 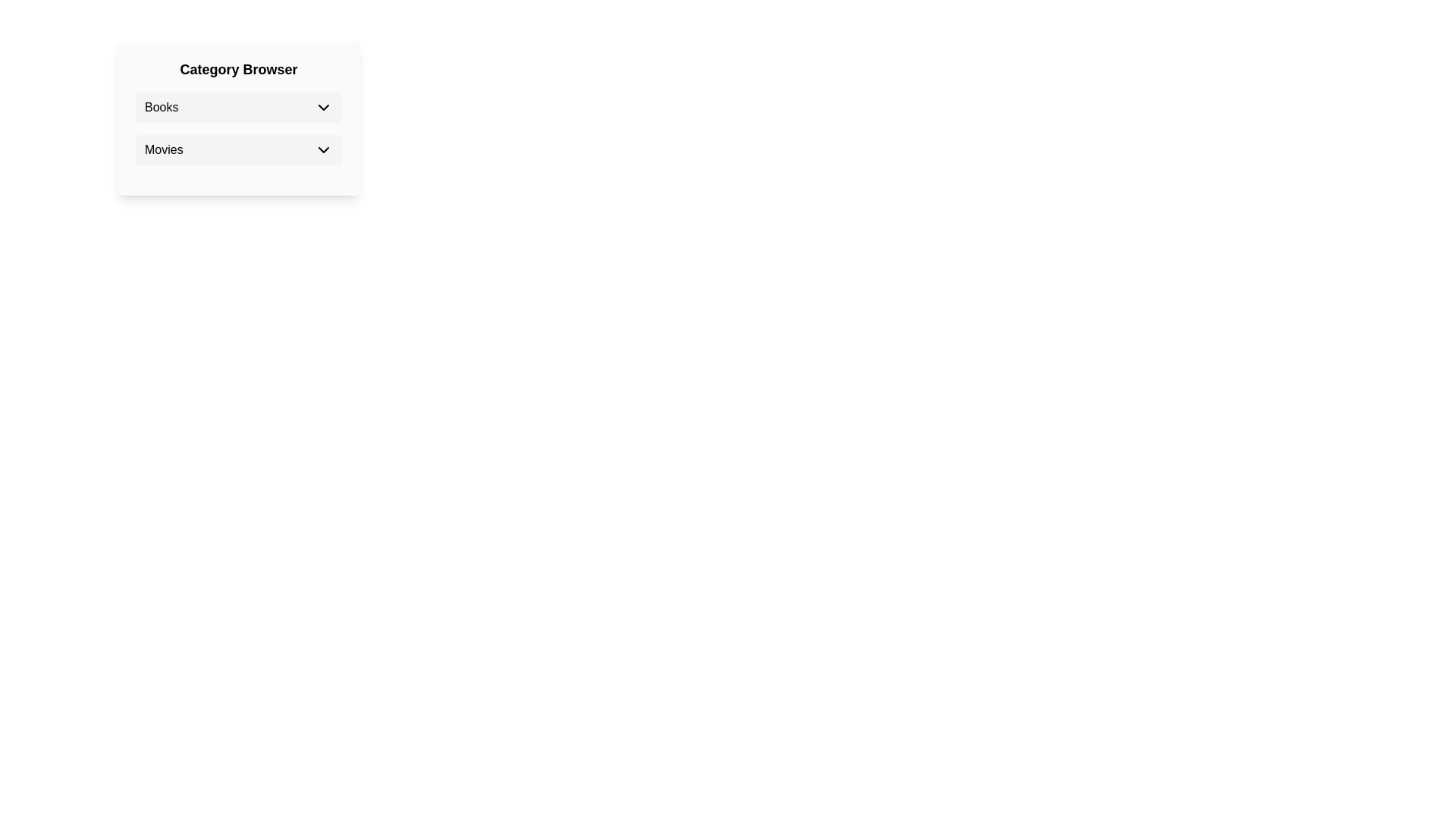 What do you see at coordinates (162, 107) in the screenshot?
I see `the 'Books' text label styled in a medium-weight font, located in a light-gray rounded rectangular area associated with a dropdown menu` at bounding box center [162, 107].